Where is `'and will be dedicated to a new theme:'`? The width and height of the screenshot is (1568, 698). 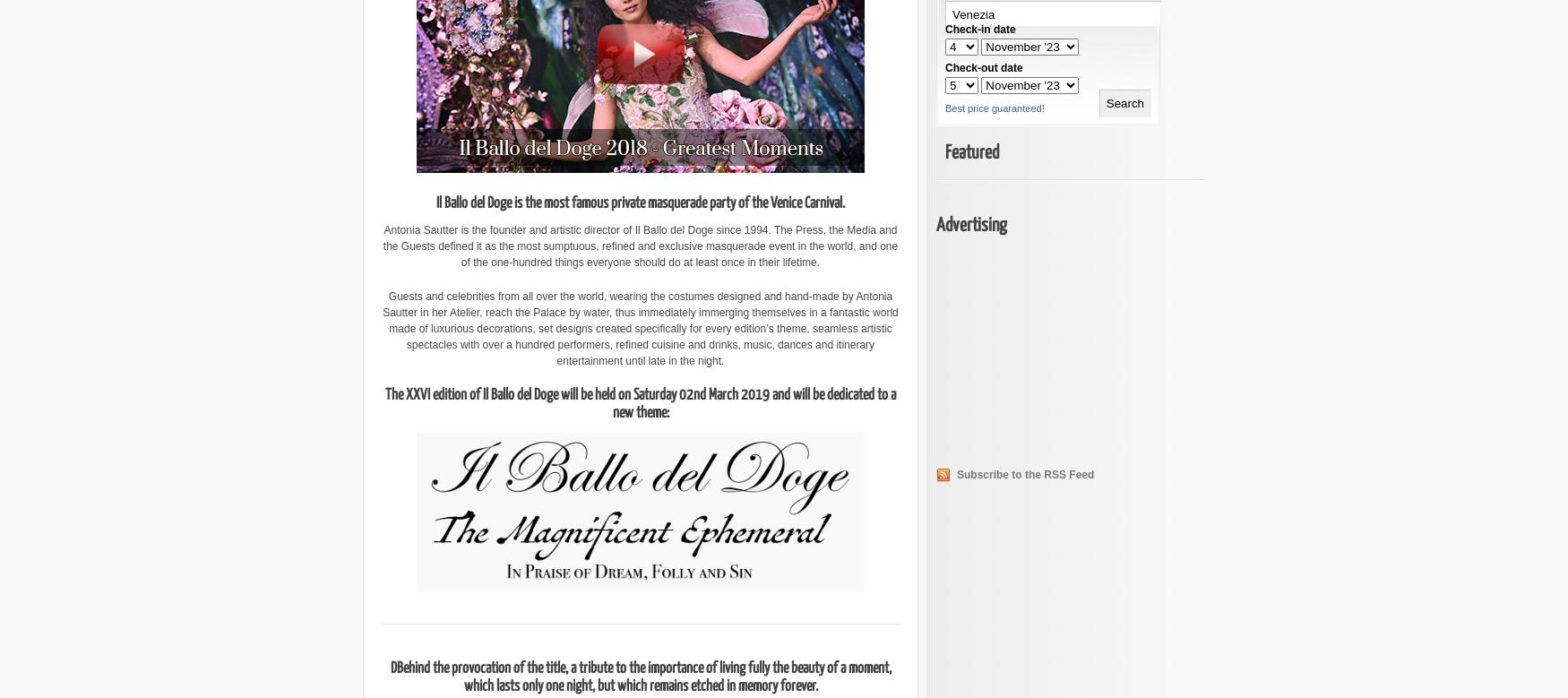
'and will be dedicated to a new theme:' is located at coordinates (754, 403).